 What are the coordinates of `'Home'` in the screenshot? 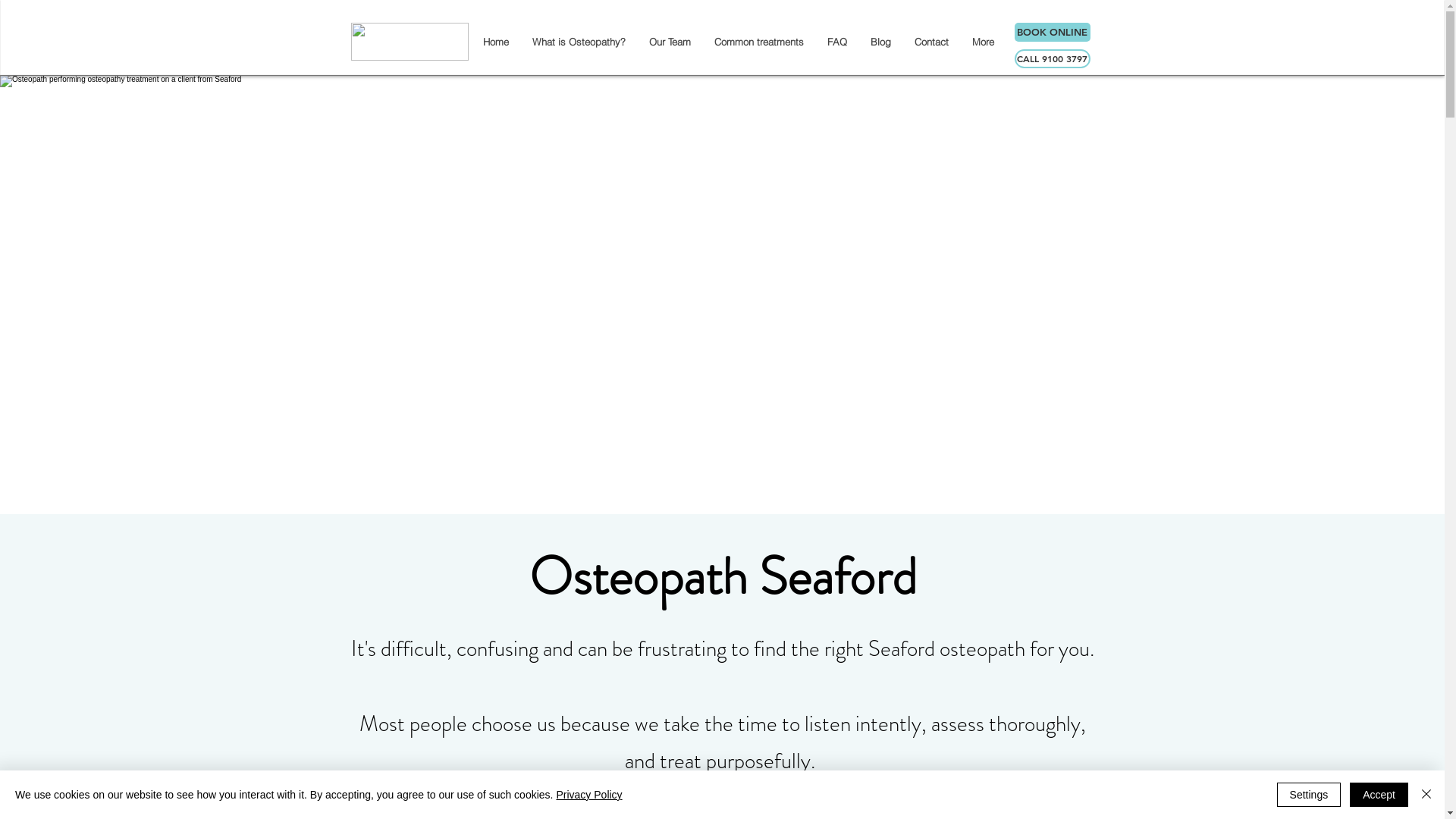 It's located at (494, 40).